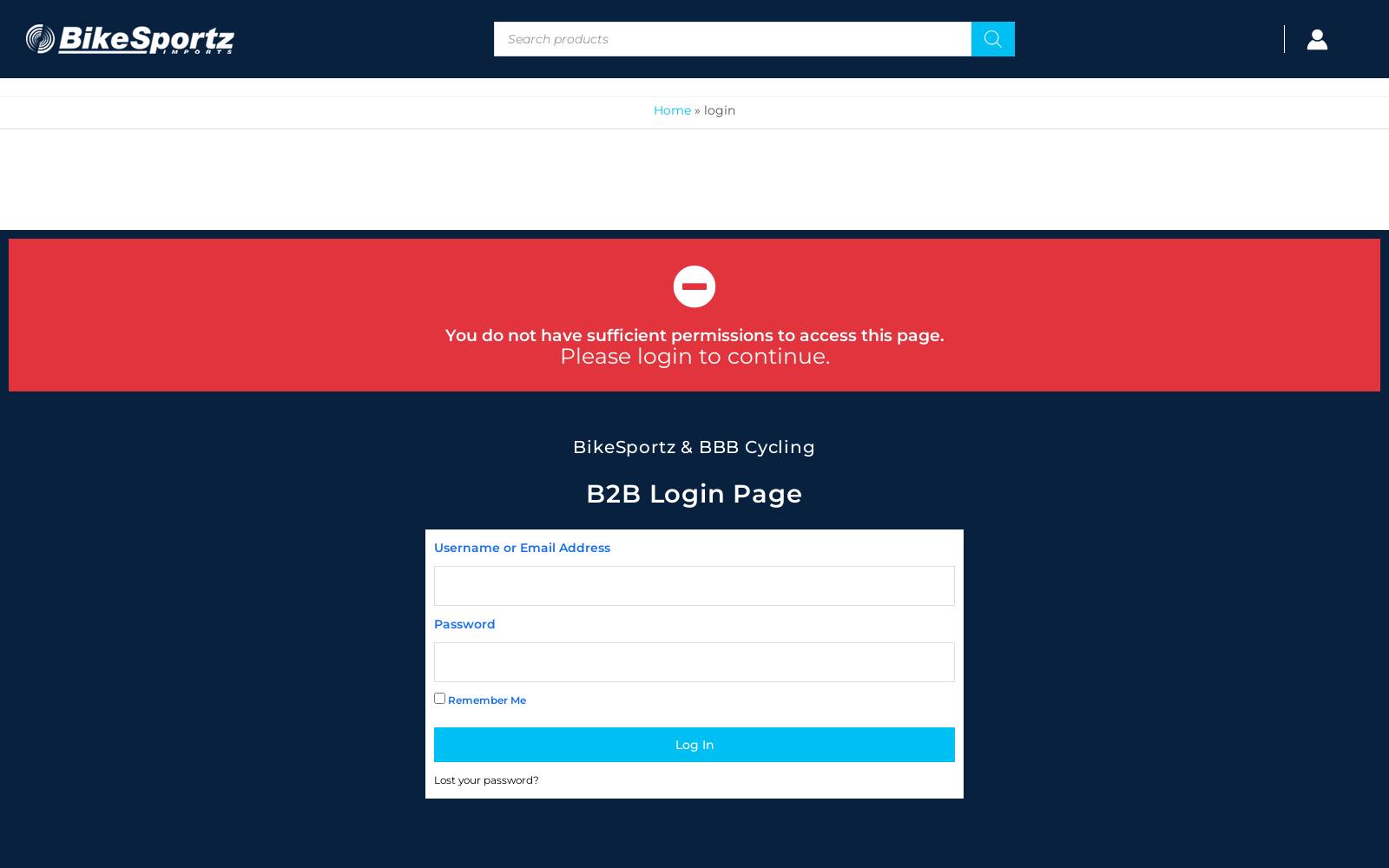  Describe the element at coordinates (694, 492) in the screenshot. I see `'B2B Login Page'` at that location.